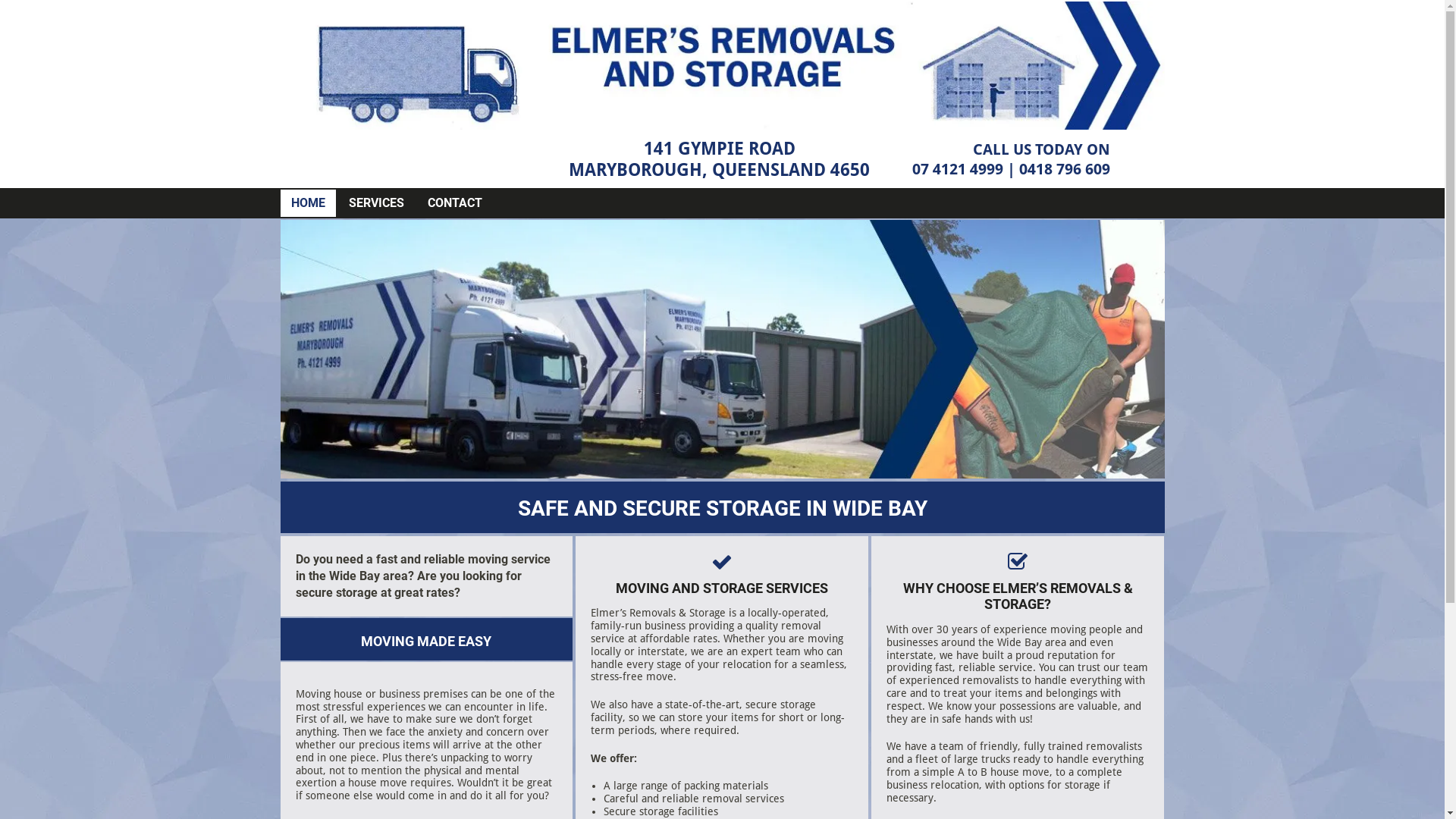 The height and width of the screenshot is (819, 1456). Describe the element at coordinates (1063, 169) in the screenshot. I see `'0418 796 609'` at that location.